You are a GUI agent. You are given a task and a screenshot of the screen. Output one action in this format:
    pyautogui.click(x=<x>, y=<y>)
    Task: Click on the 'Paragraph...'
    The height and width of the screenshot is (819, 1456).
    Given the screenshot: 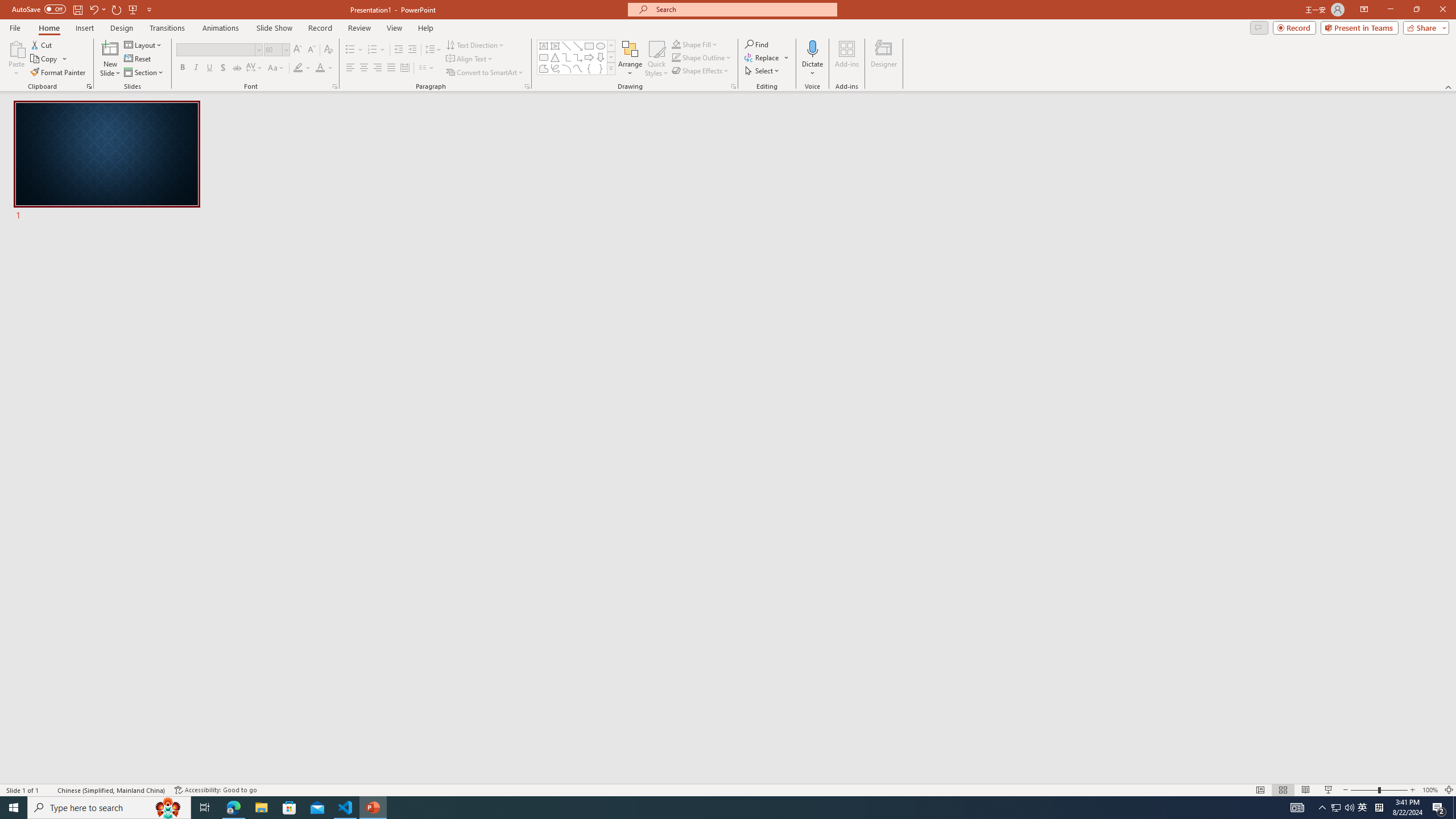 What is the action you would take?
    pyautogui.click(x=526, y=85)
    